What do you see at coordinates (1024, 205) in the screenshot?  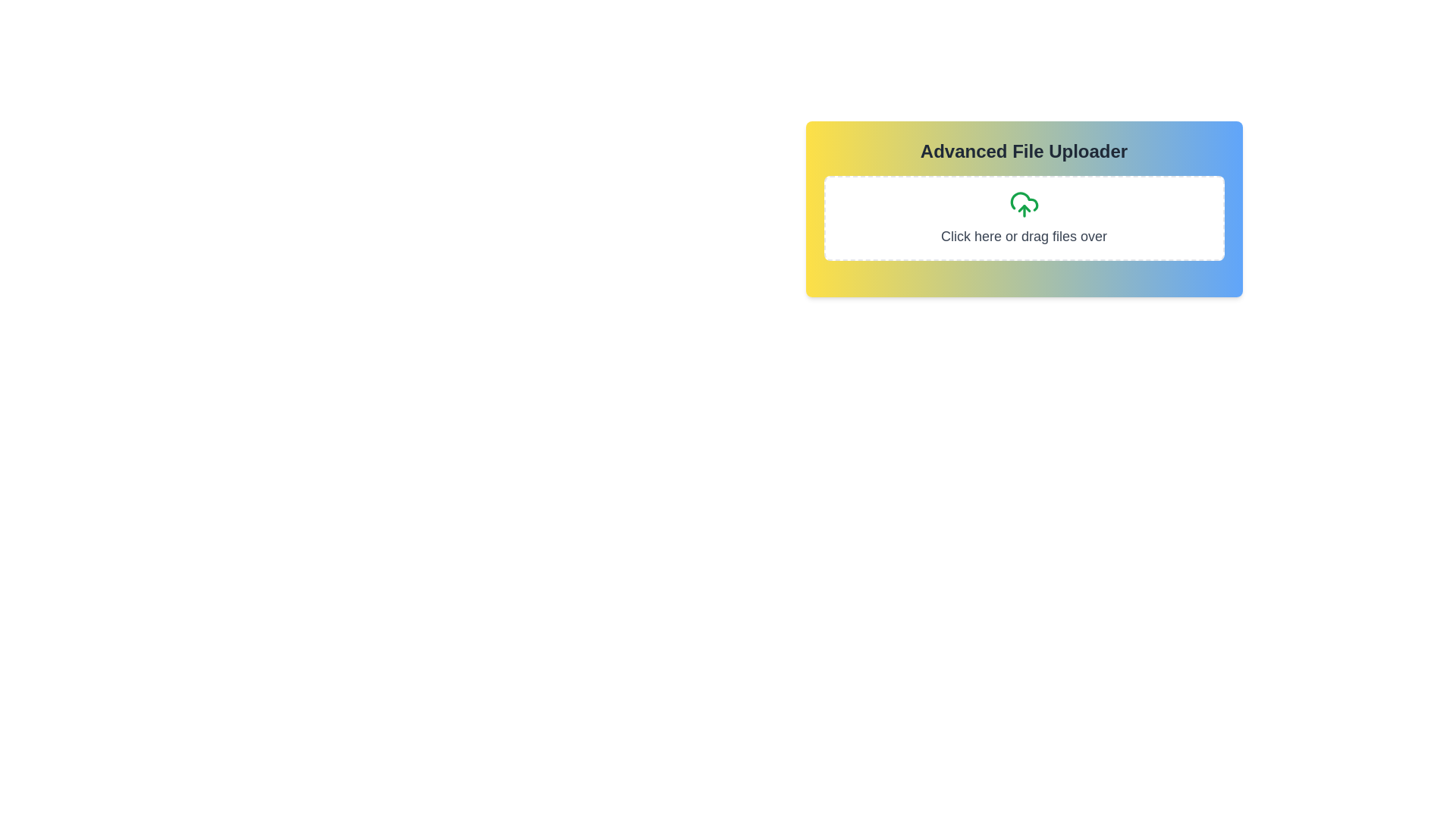 I see `the file upload icon located at the center of the 'Click here or drag files over' section of the 'Advanced File Uploader' interface` at bounding box center [1024, 205].